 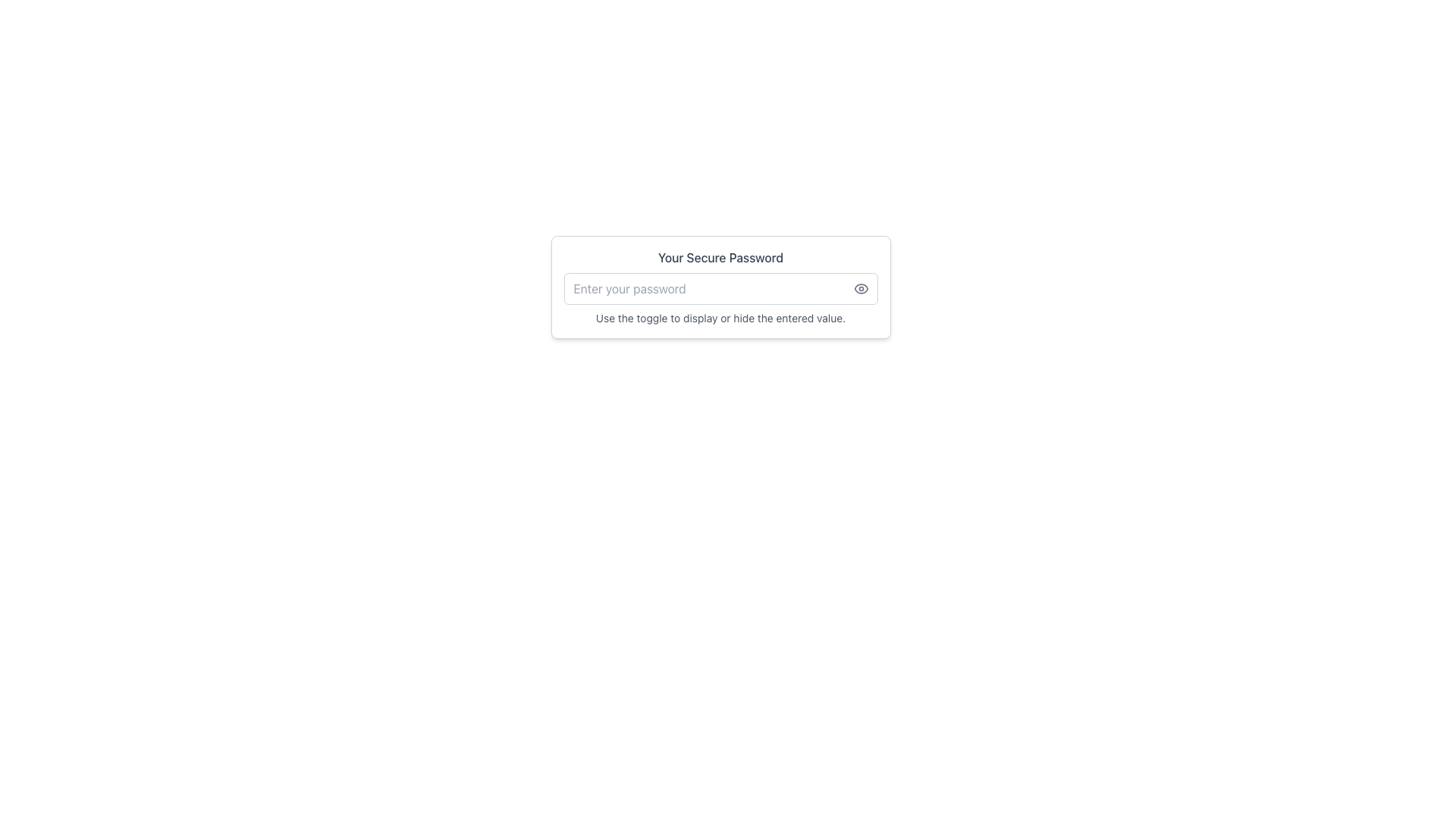 What do you see at coordinates (720, 289) in the screenshot?
I see `the password input field located at the center of the section labeled 'Your Secure Password'` at bounding box center [720, 289].